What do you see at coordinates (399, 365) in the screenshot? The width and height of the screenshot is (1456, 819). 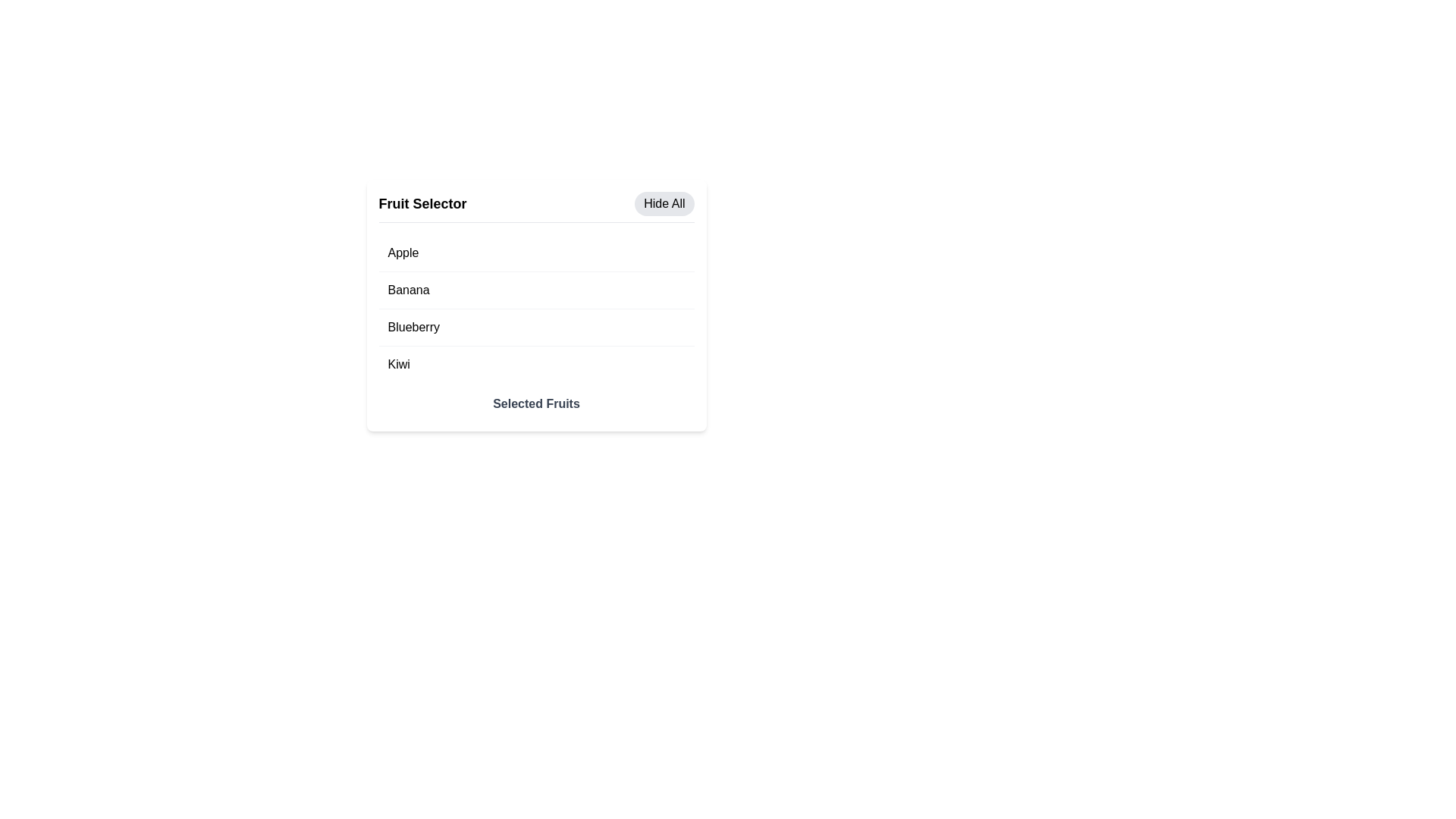 I see `the text label for the fruit name positioned as the fourth item in the list, located below 'Apple,' 'Banana,' and 'Blueberry,' and above 'Selected Fruits.'` at bounding box center [399, 365].